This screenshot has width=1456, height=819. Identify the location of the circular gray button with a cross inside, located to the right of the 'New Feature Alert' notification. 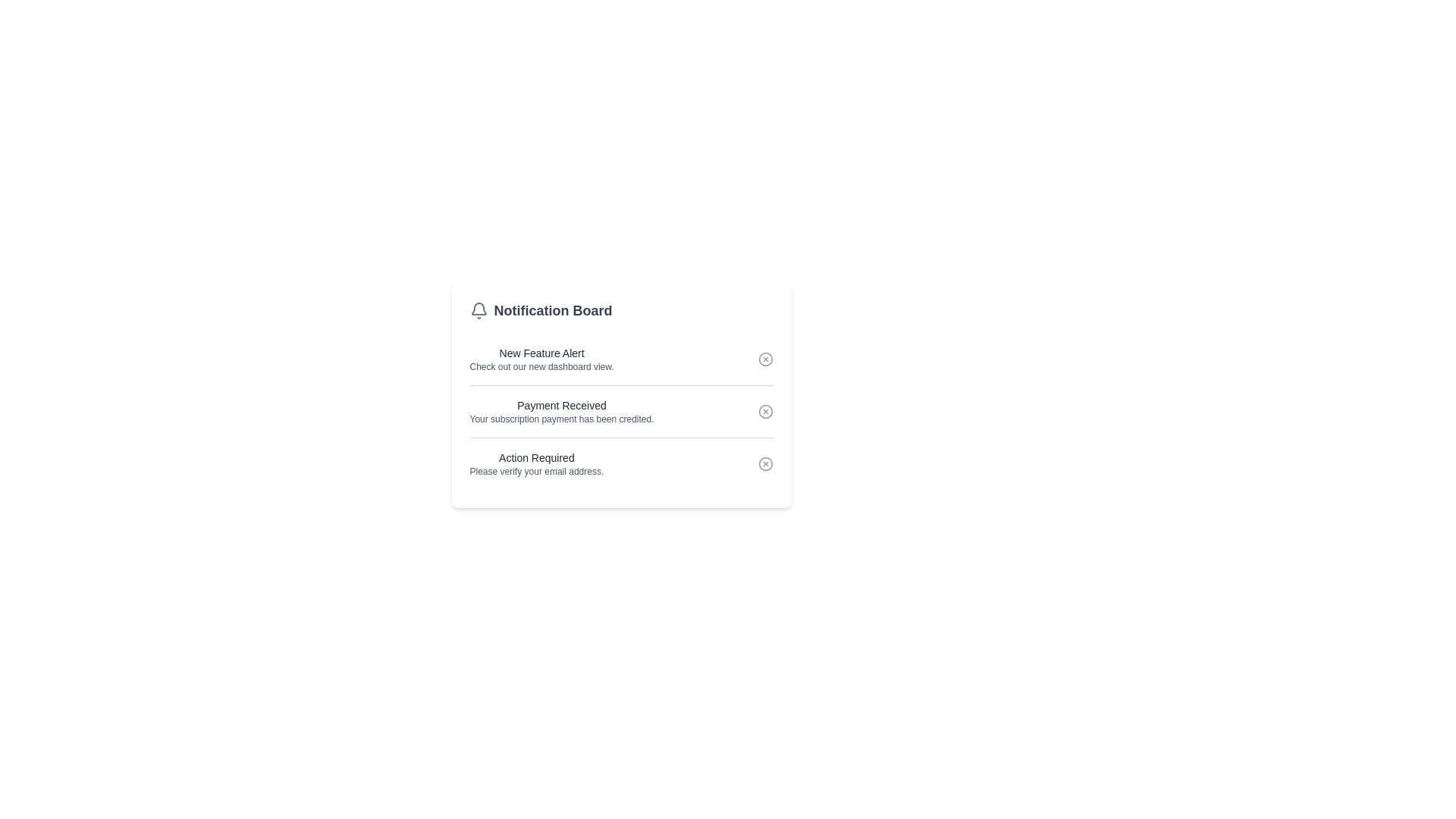
(765, 359).